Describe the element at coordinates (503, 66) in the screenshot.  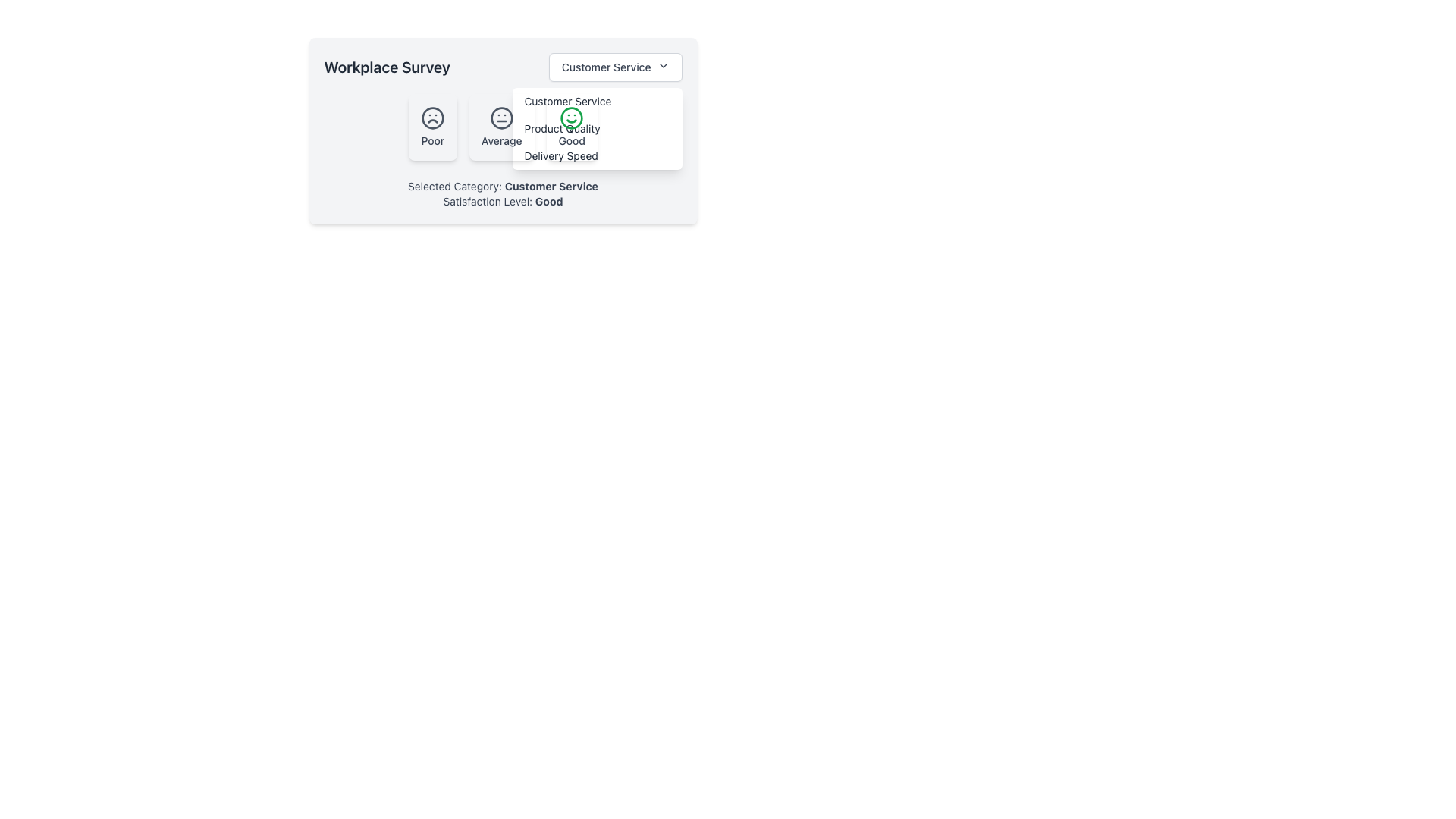
I see `an item from the dropdown menu labeled 'Customer Service' located on the right side of the 'Workplace Survey' header` at that location.